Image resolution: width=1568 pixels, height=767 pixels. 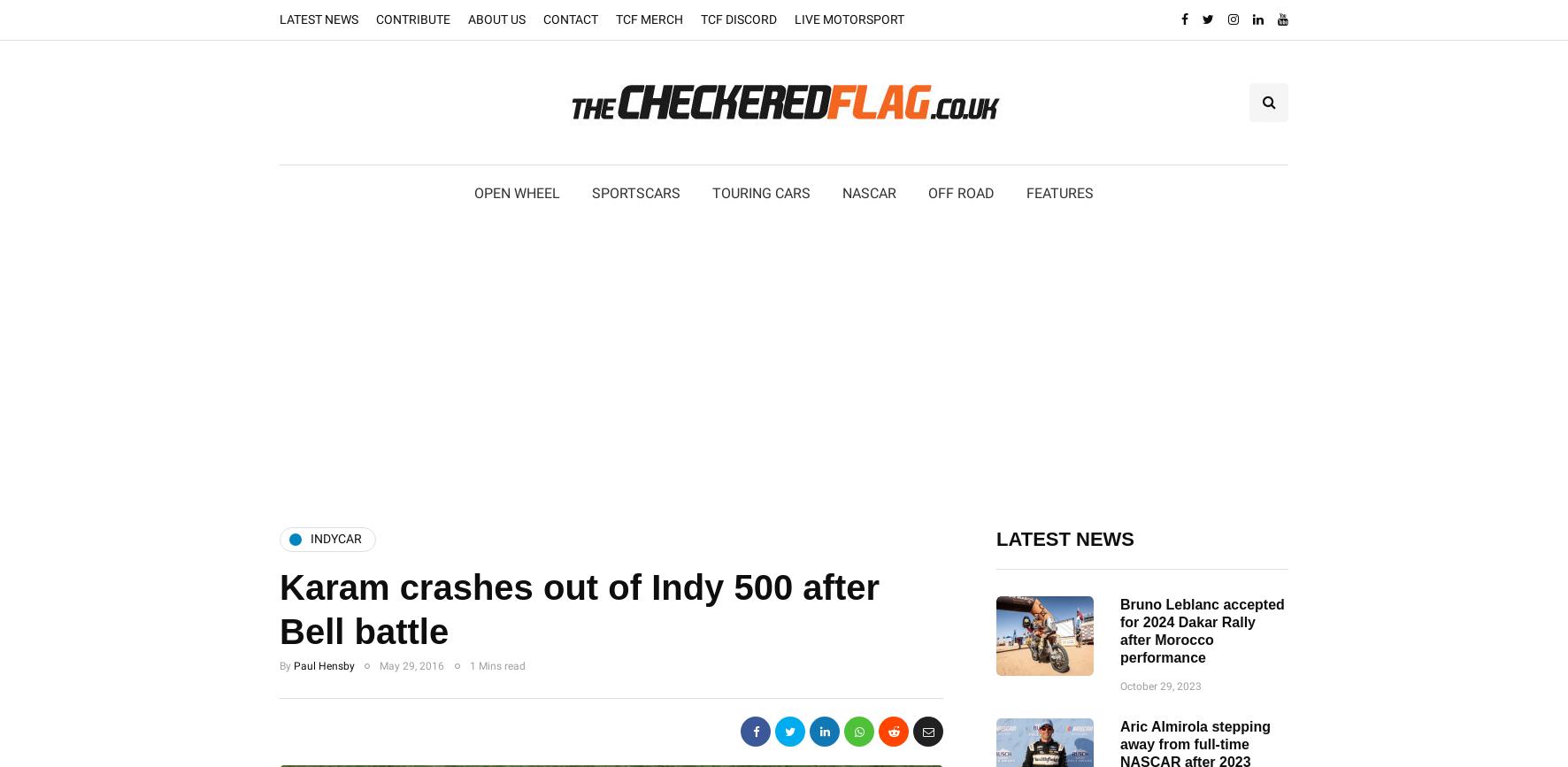 I want to click on 'May 29, 2016', so click(x=411, y=664).